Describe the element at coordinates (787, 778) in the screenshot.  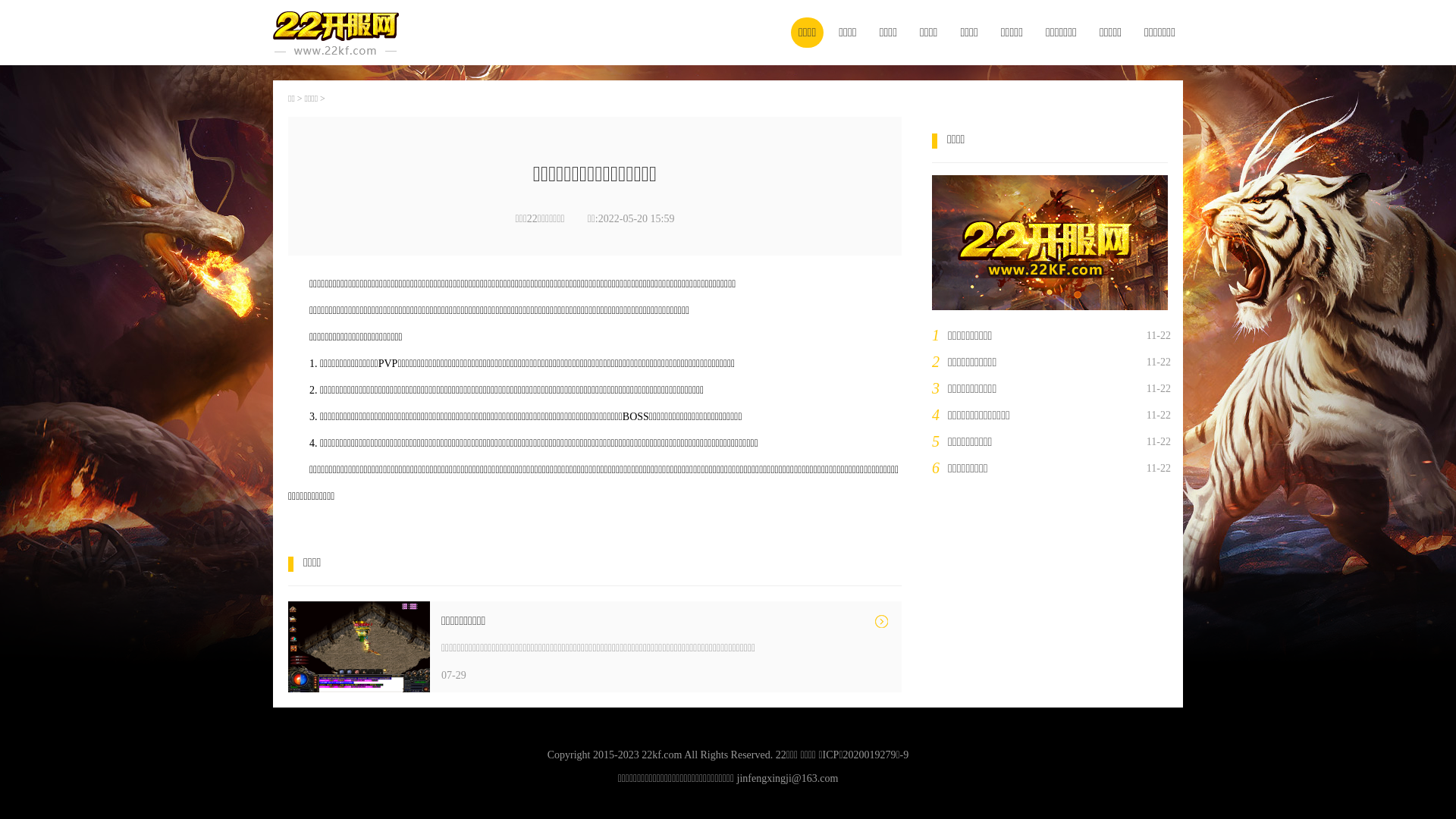
I see `'jinfengxingji@163.com'` at that location.